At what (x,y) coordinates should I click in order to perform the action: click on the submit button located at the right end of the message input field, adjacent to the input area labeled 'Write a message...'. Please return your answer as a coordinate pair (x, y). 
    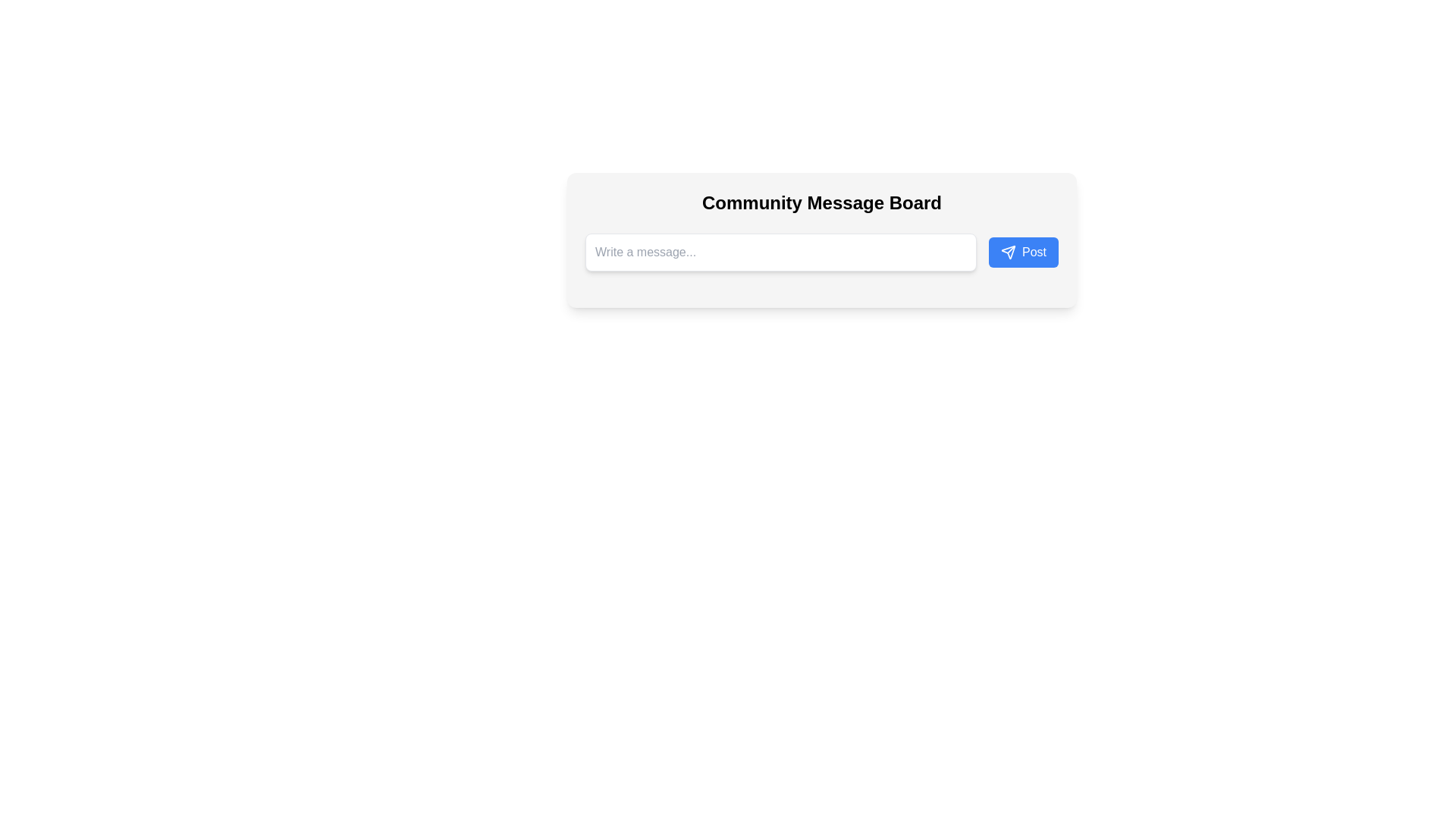
    Looking at the image, I should click on (1023, 251).